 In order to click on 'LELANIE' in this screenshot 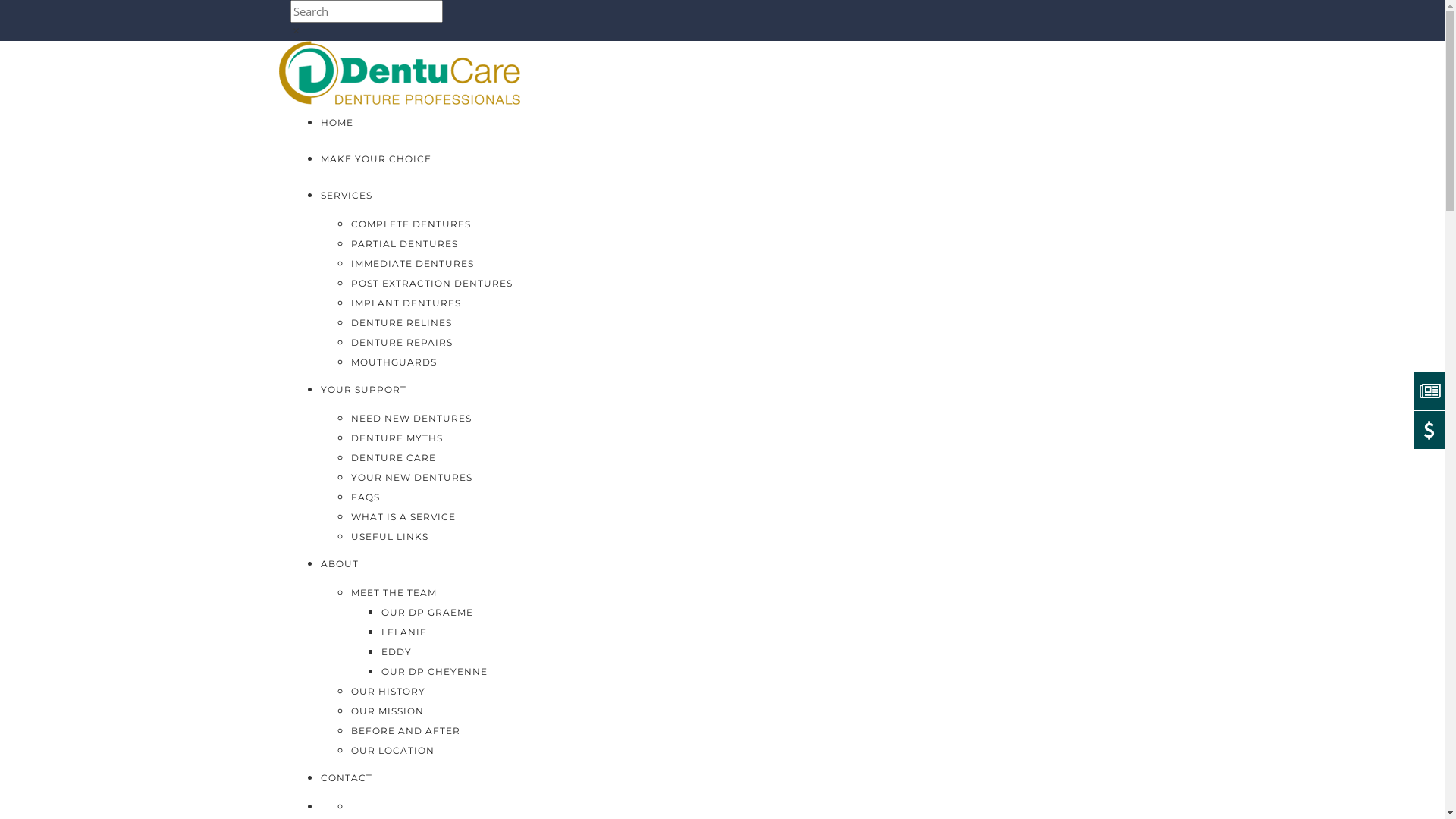, I will do `click(403, 632)`.